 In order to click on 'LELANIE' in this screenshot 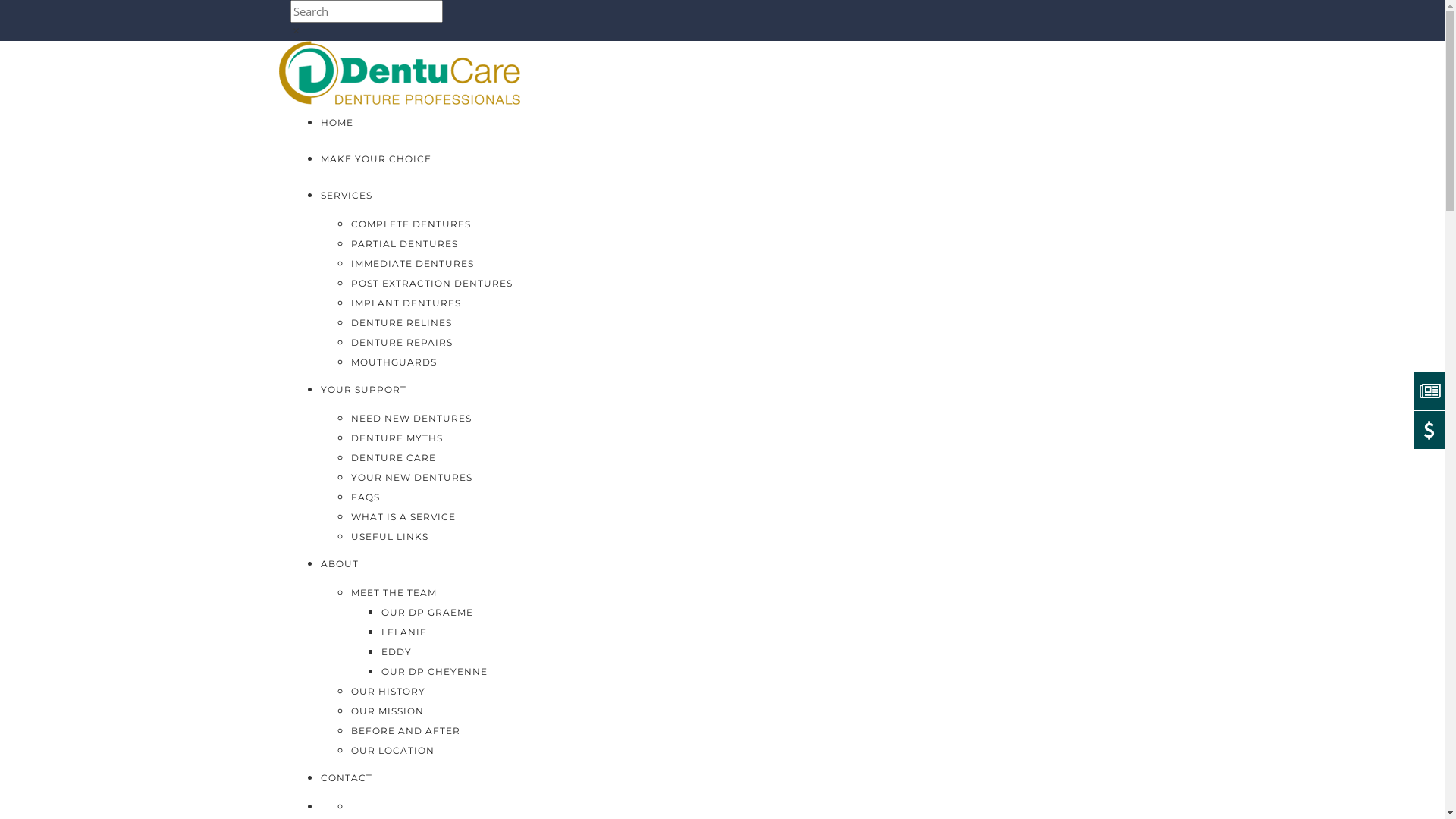, I will do `click(403, 632)`.